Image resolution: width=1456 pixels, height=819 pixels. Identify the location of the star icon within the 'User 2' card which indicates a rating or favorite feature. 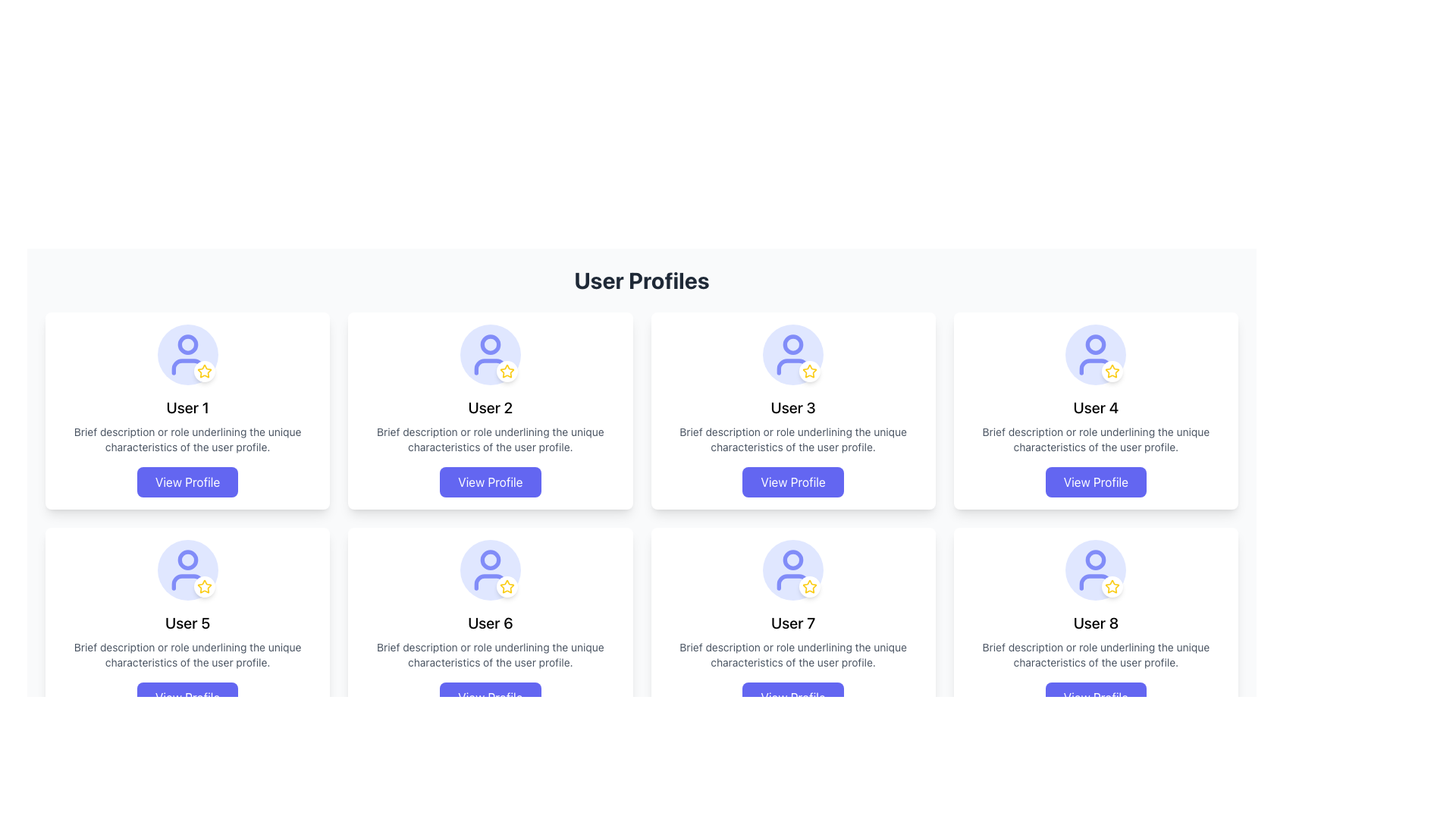
(507, 371).